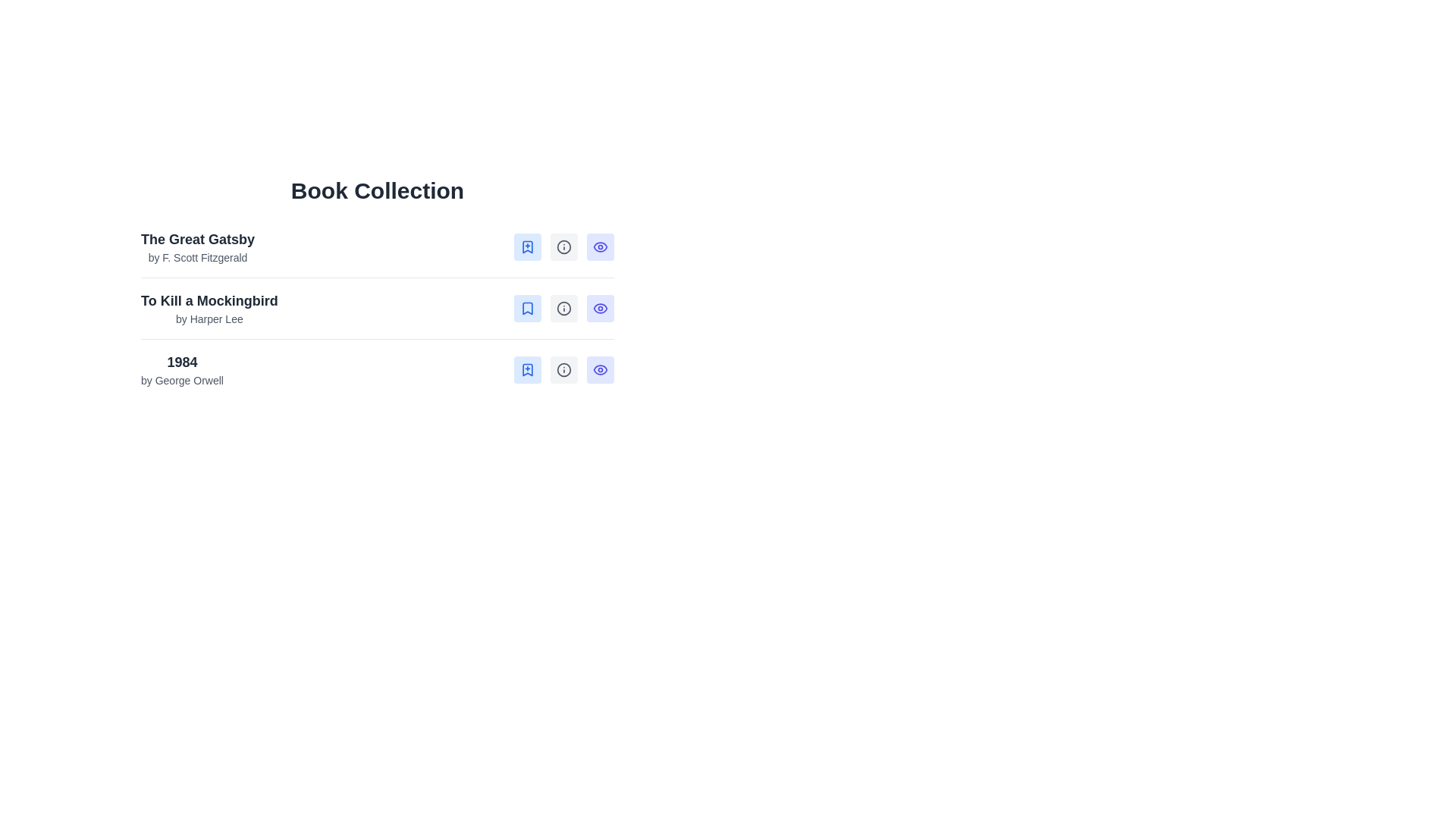  I want to click on the interactive bookmark icon button with a blue stroke and plus symbol to bookmark 'The Great Gatsby' by F. Scott Fitzgerald, so click(528, 246).